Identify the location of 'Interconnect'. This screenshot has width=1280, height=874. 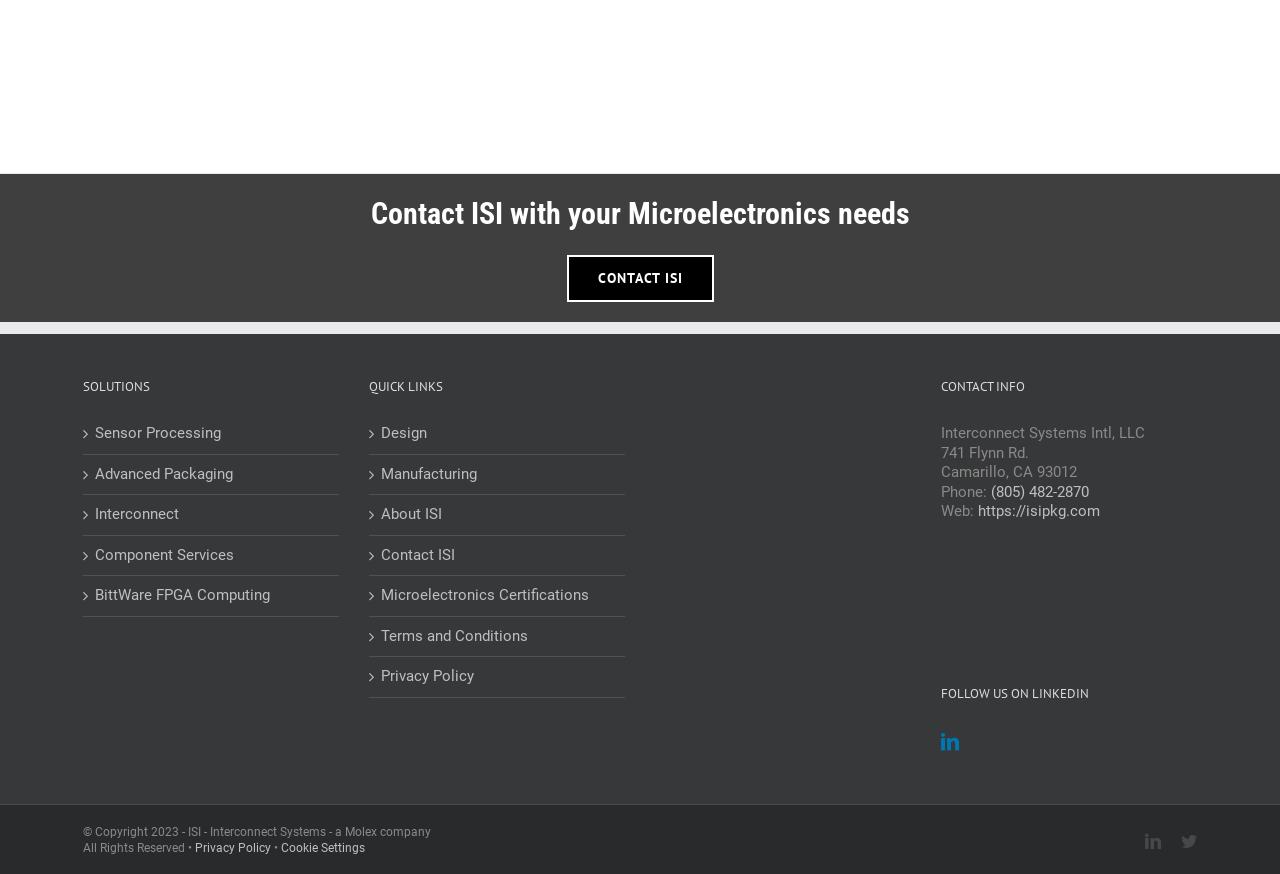
(93, 513).